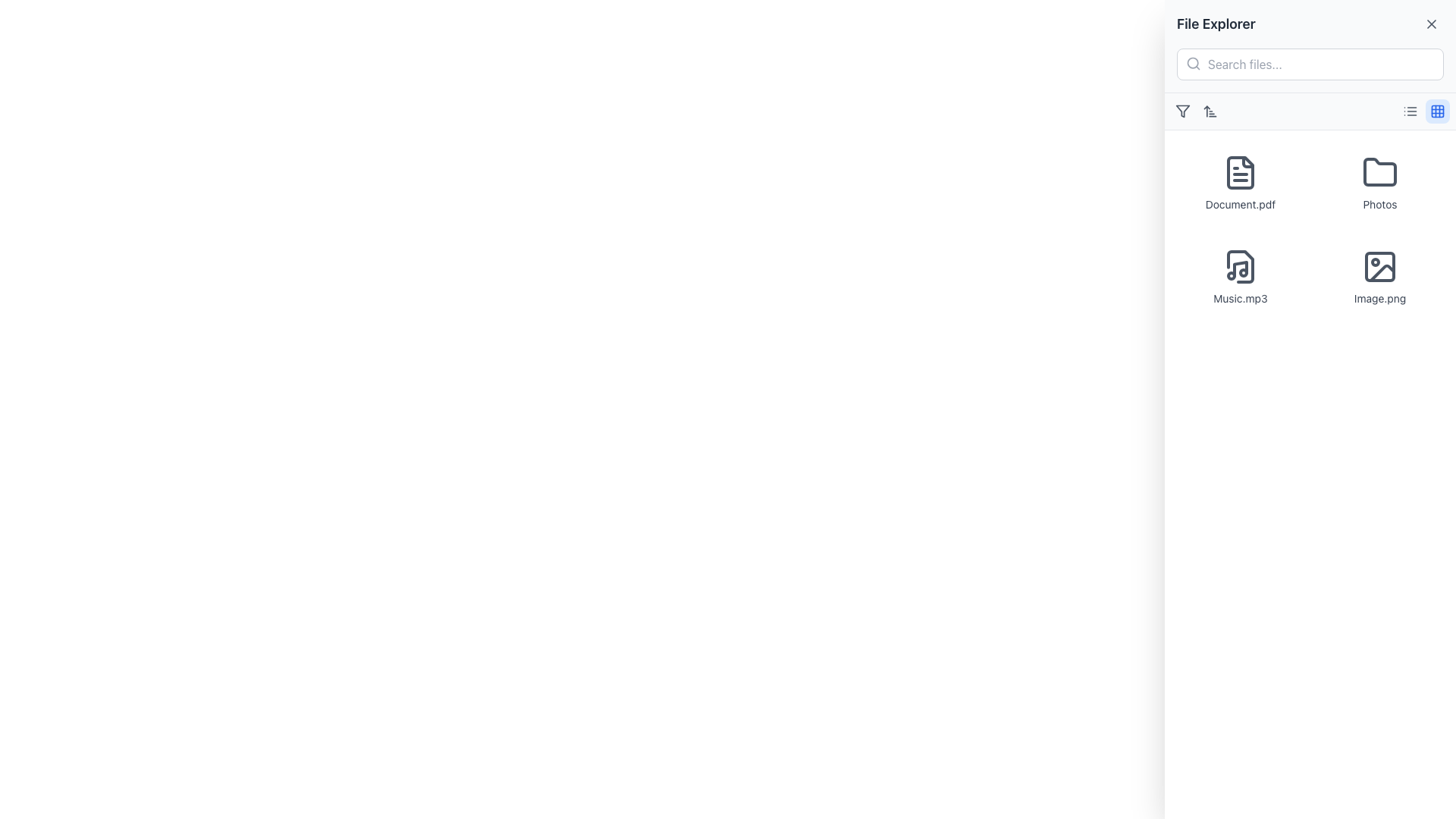 The width and height of the screenshot is (1456, 819). What do you see at coordinates (1410, 110) in the screenshot?
I see `the button with a horizontal list icon, styled with a light gray background and rounded corners, located at the right end of the horizontal navigation bar to switch to list view` at bounding box center [1410, 110].